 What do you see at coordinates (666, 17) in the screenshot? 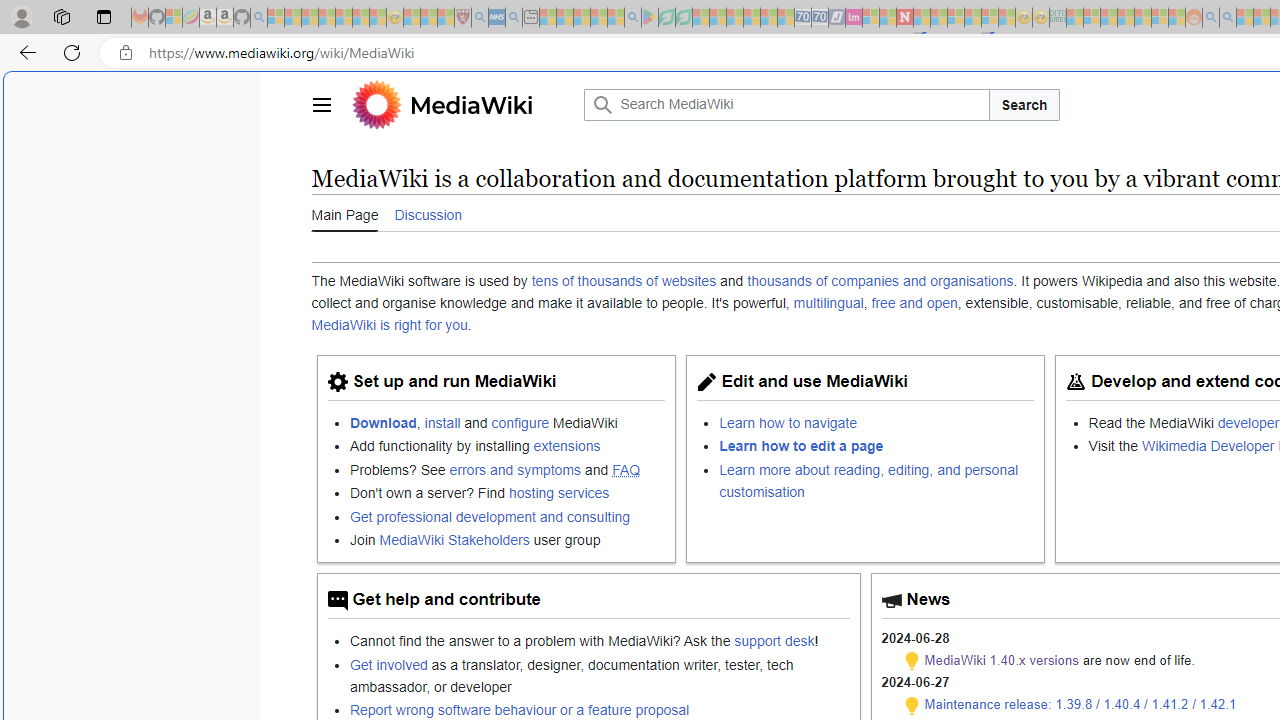
I see `'Terms of Use Agreement - Sleeping'` at bounding box center [666, 17].